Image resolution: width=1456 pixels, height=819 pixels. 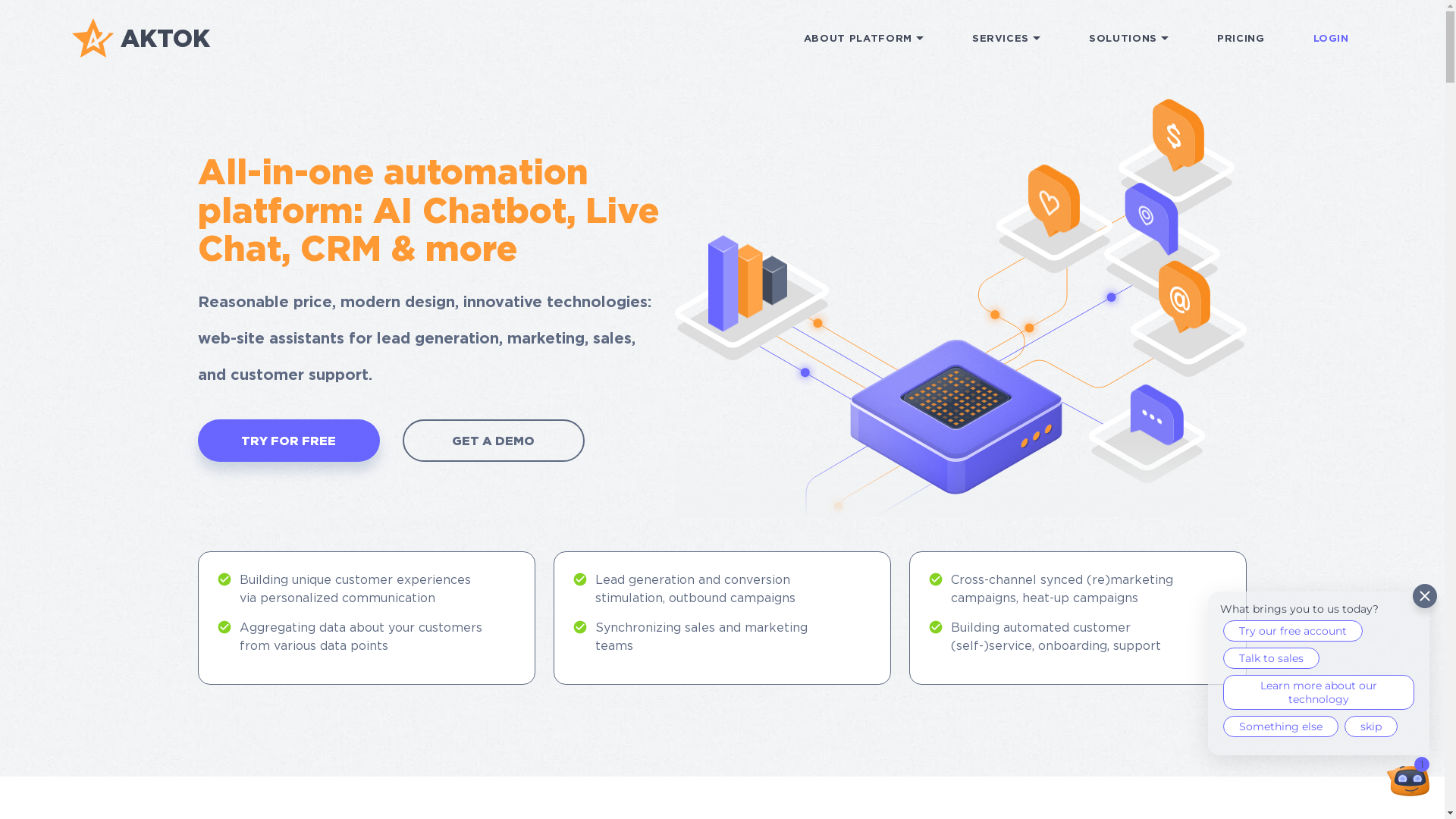 I want to click on 'ABOUT PLATFORM', so click(x=780, y=37).